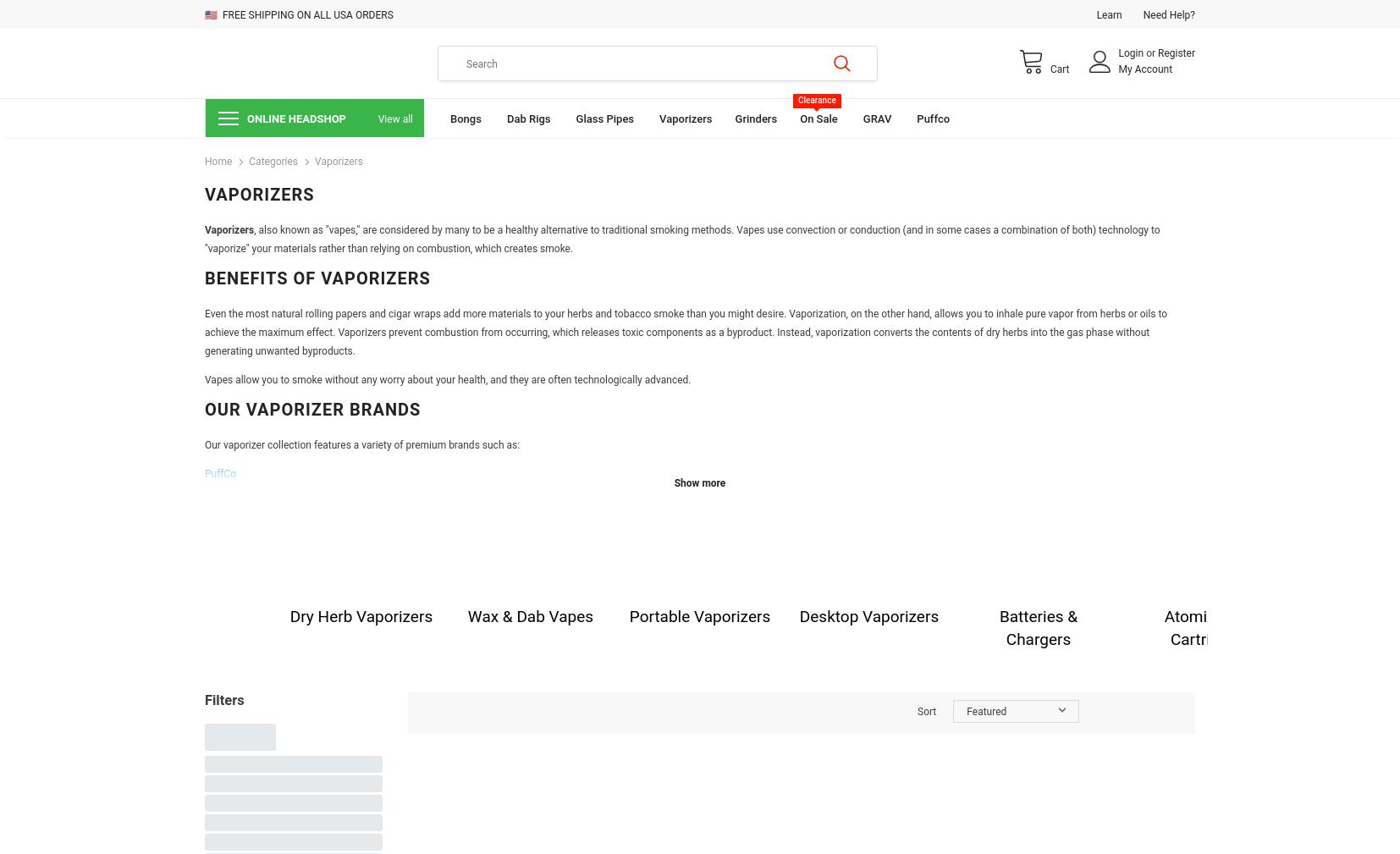 The width and height of the screenshot is (1400, 854). Describe the element at coordinates (534, 710) in the screenshot. I see `'View'` at that location.